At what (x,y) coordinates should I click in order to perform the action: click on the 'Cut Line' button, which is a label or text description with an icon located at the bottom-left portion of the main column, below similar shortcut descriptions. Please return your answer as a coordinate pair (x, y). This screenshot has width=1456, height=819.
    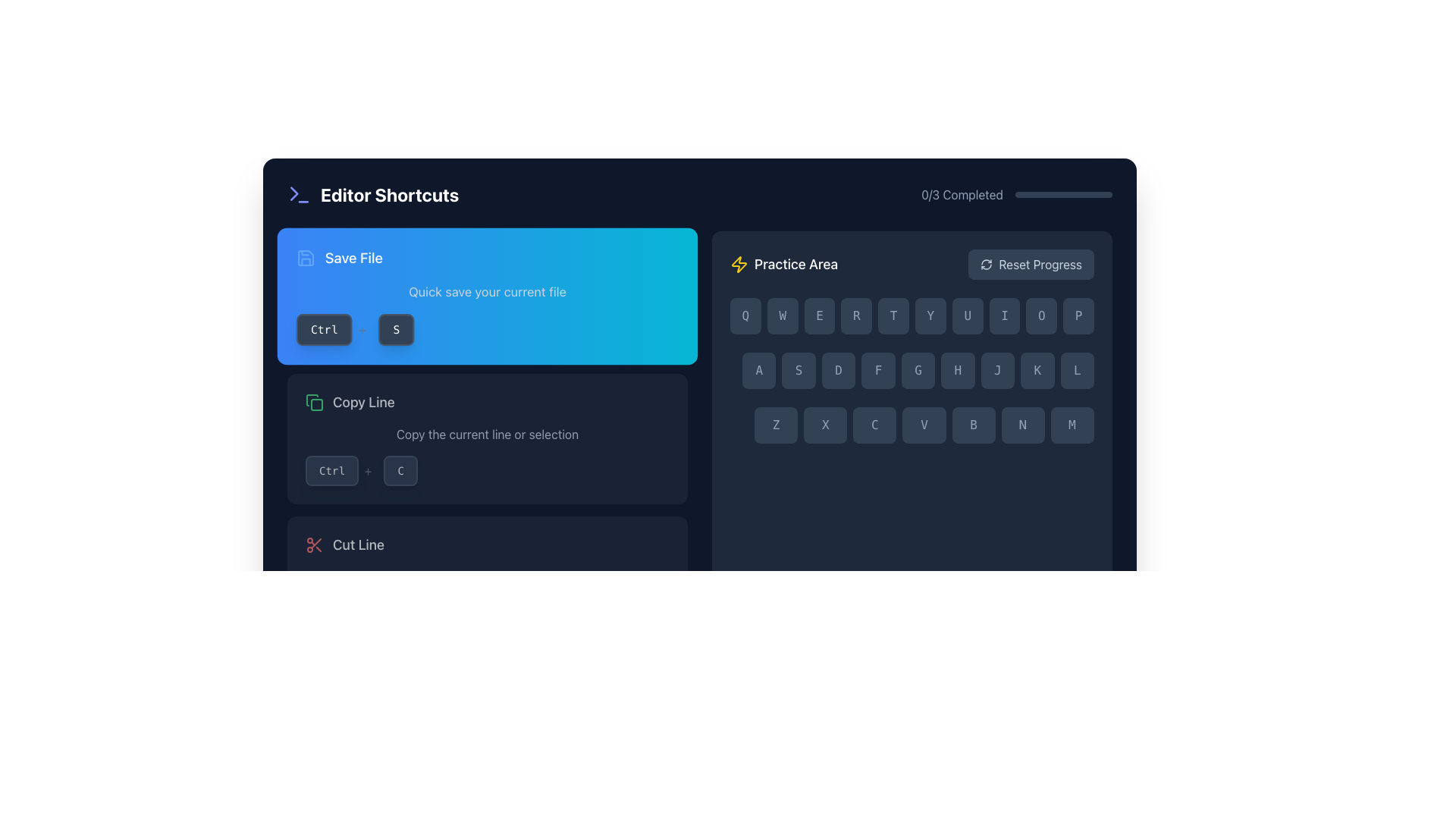
    Looking at the image, I should click on (344, 544).